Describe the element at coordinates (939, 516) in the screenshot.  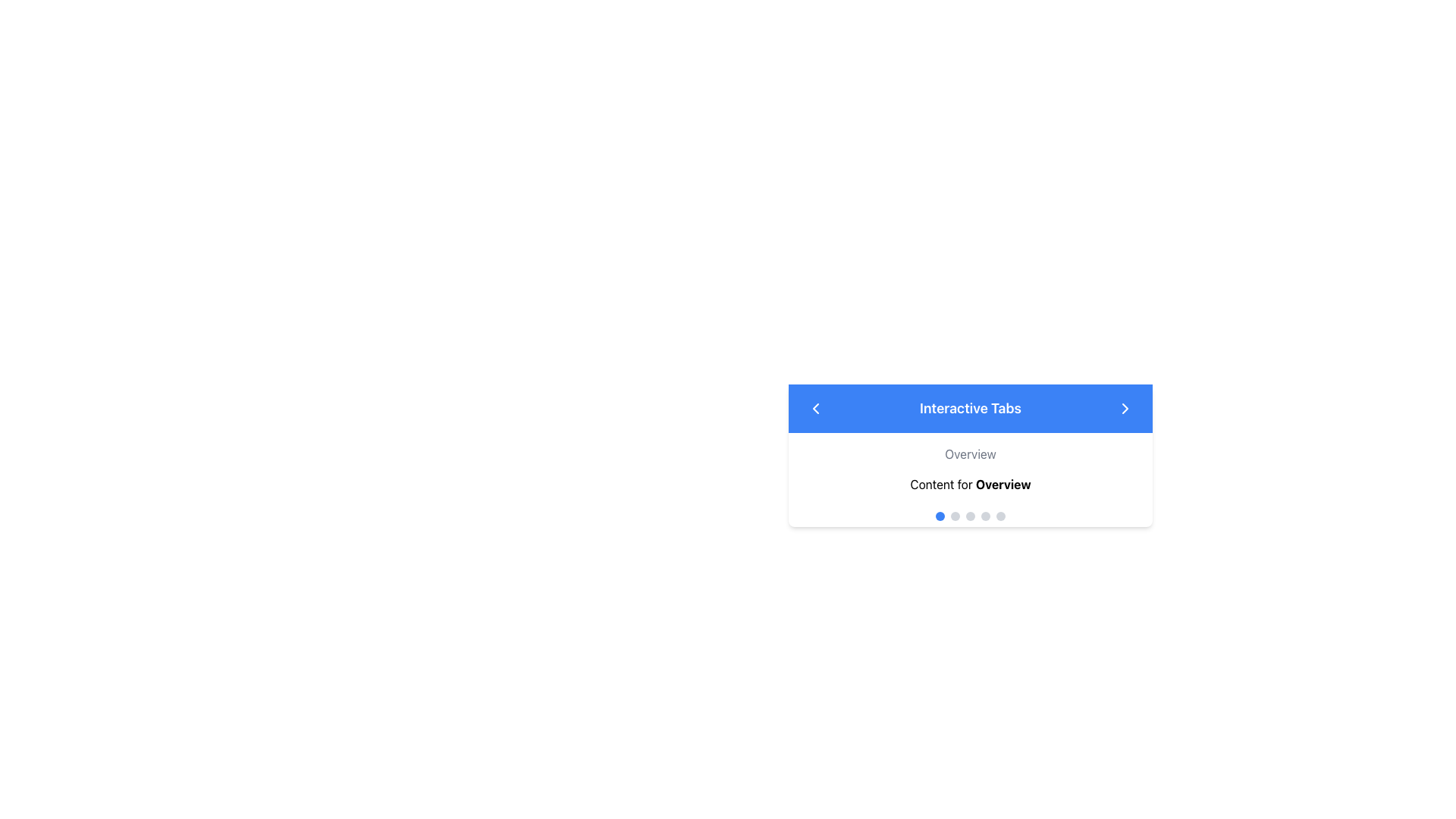
I see `the first circular icon in the horizontal row of five icons located at the bottom-center of the card layout below the text 'Content for Overview'` at that location.